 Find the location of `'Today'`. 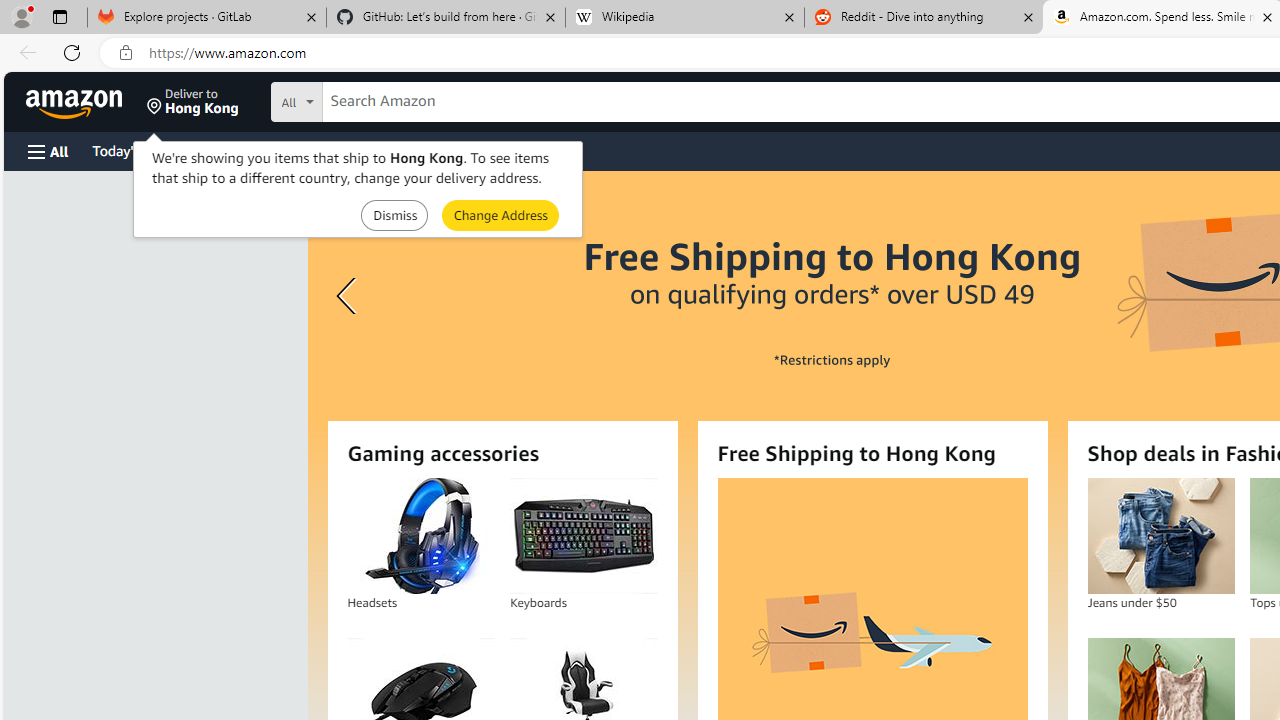

'Today' is located at coordinates (133, 149).